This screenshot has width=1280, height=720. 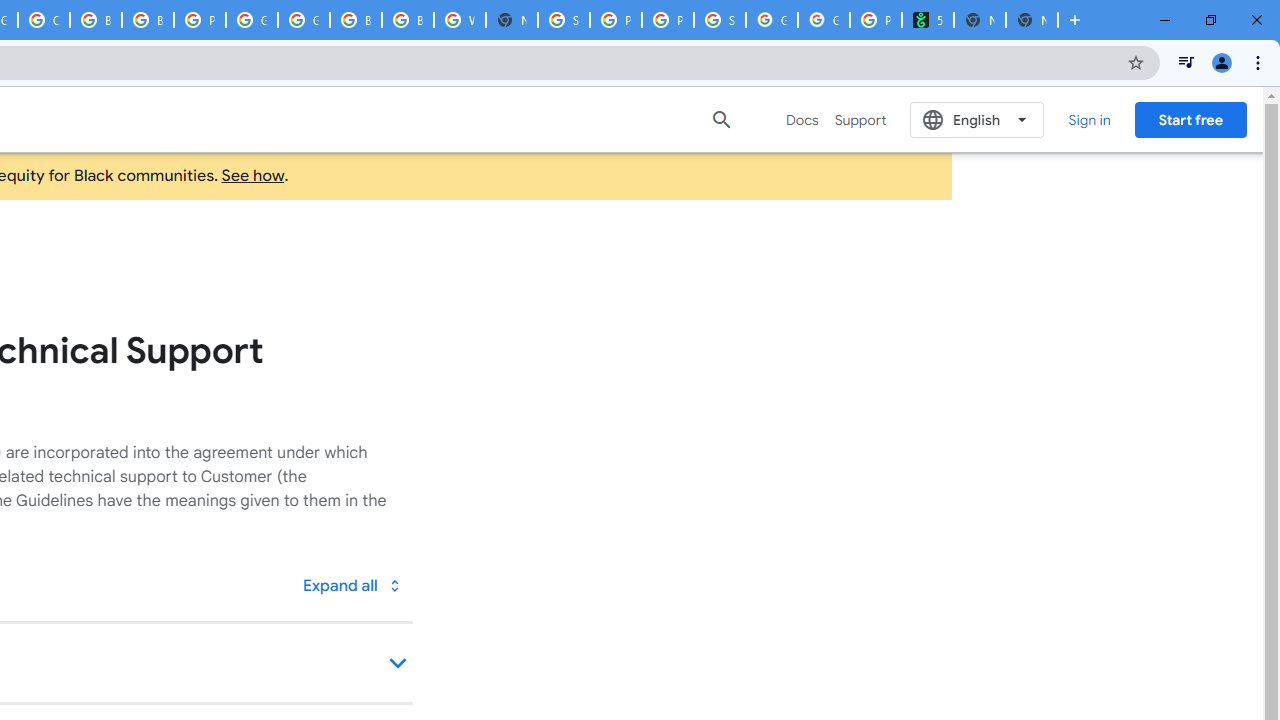 What do you see at coordinates (251, 20) in the screenshot?
I see `'Google Cloud Platform'` at bounding box center [251, 20].